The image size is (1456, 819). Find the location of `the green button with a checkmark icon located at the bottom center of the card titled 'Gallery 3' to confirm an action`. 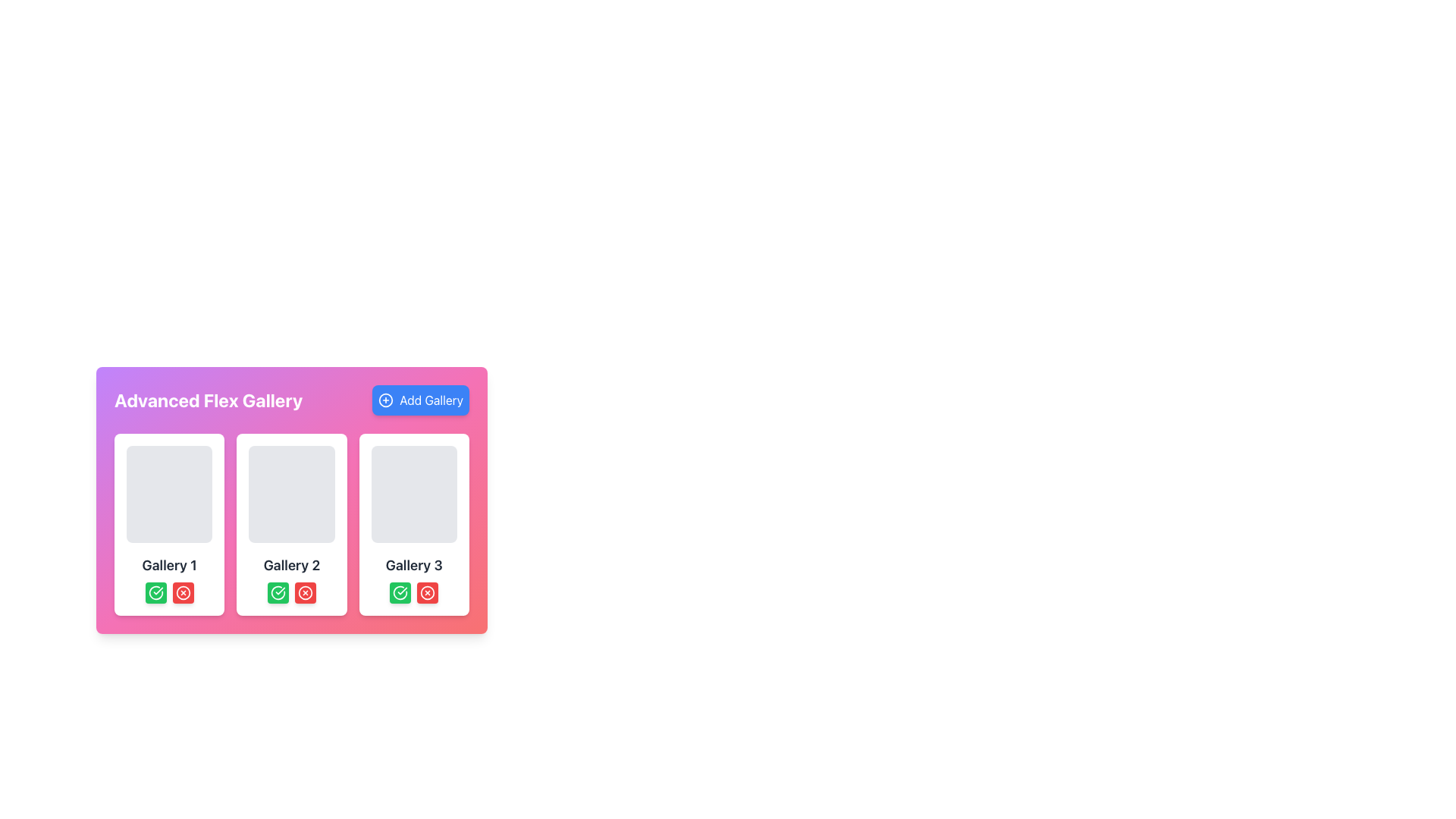

the green button with a checkmark icon located at the bottom center of the card titled 'Gallery 3' to confirm an action is located at coordinates (414, 592).